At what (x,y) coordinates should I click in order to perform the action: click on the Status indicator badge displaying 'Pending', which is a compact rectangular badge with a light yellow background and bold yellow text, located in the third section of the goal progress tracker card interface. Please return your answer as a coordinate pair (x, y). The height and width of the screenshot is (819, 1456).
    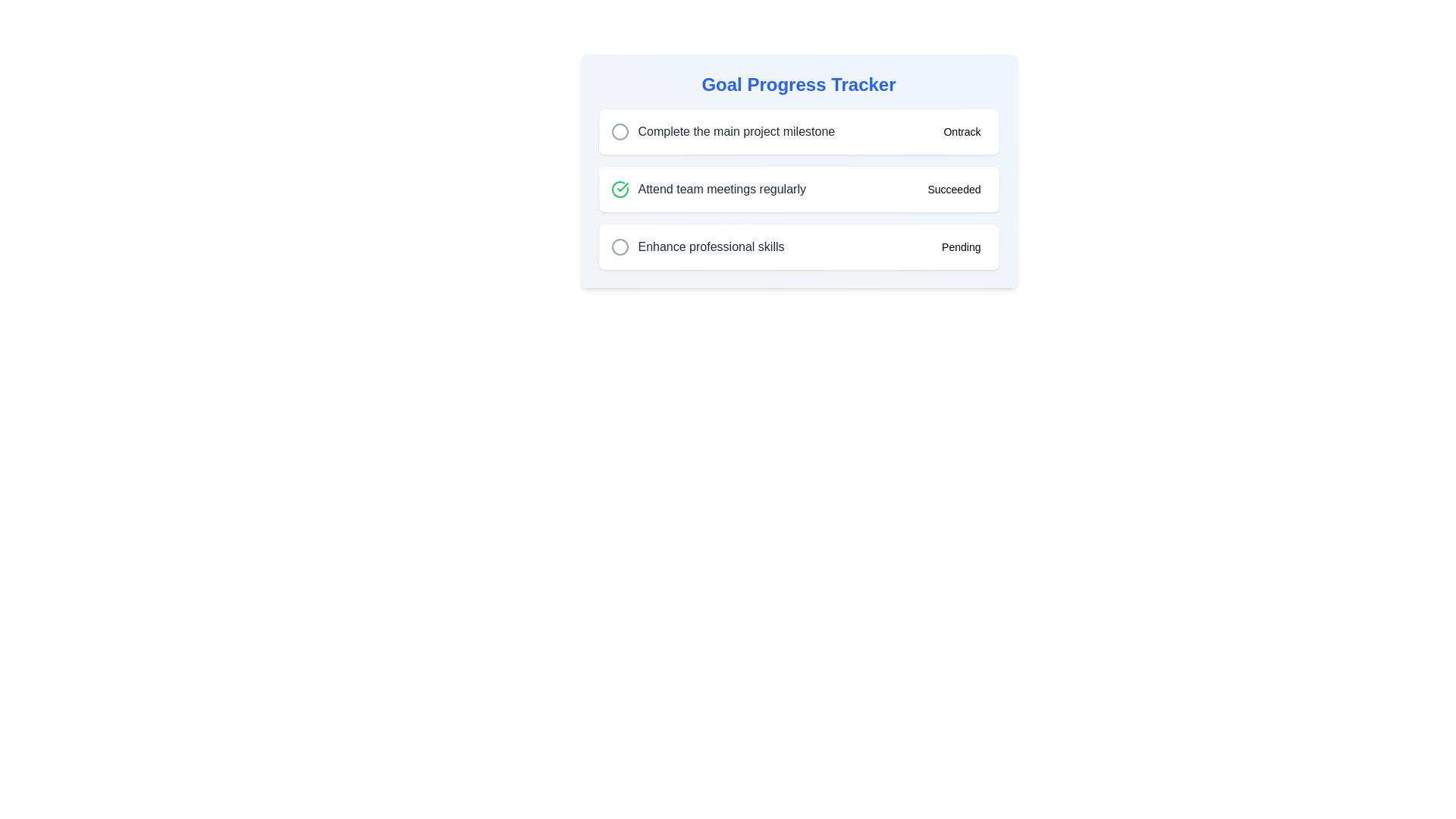
    Looking at the image, I should click on (960, 246).